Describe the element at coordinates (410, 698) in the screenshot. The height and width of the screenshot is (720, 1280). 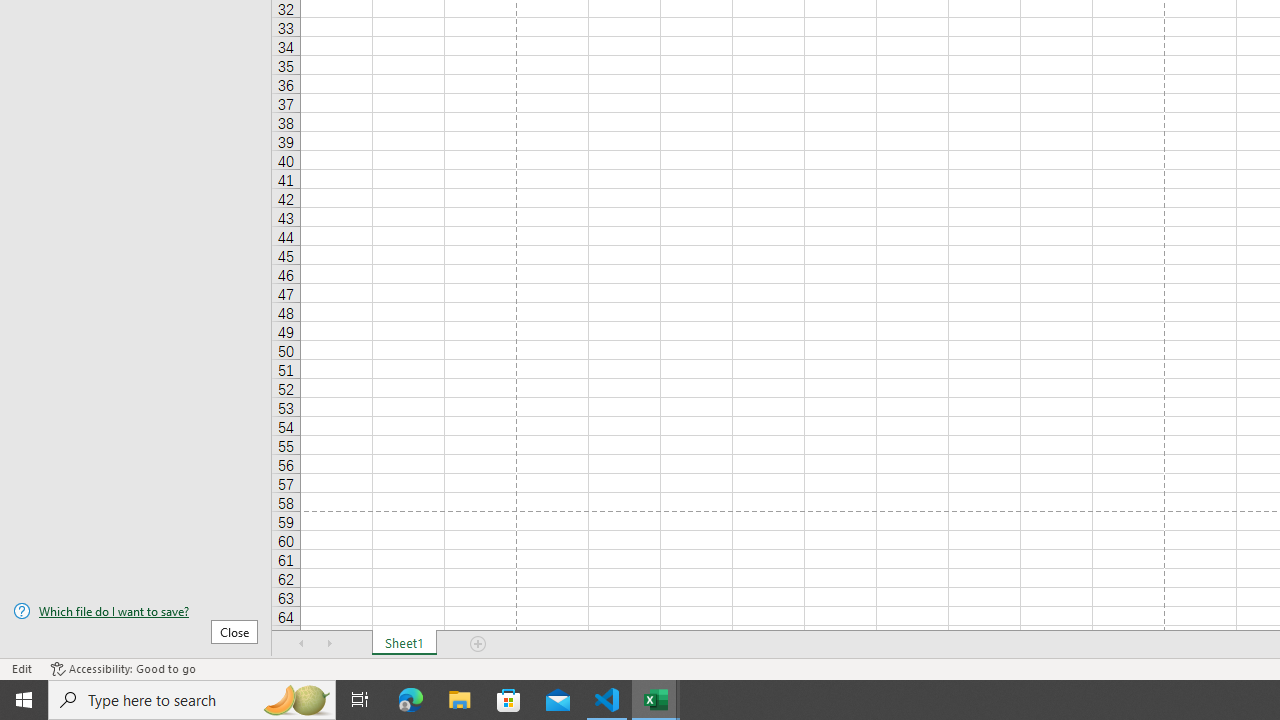
I see `'Microsoft Edge'` at that location.